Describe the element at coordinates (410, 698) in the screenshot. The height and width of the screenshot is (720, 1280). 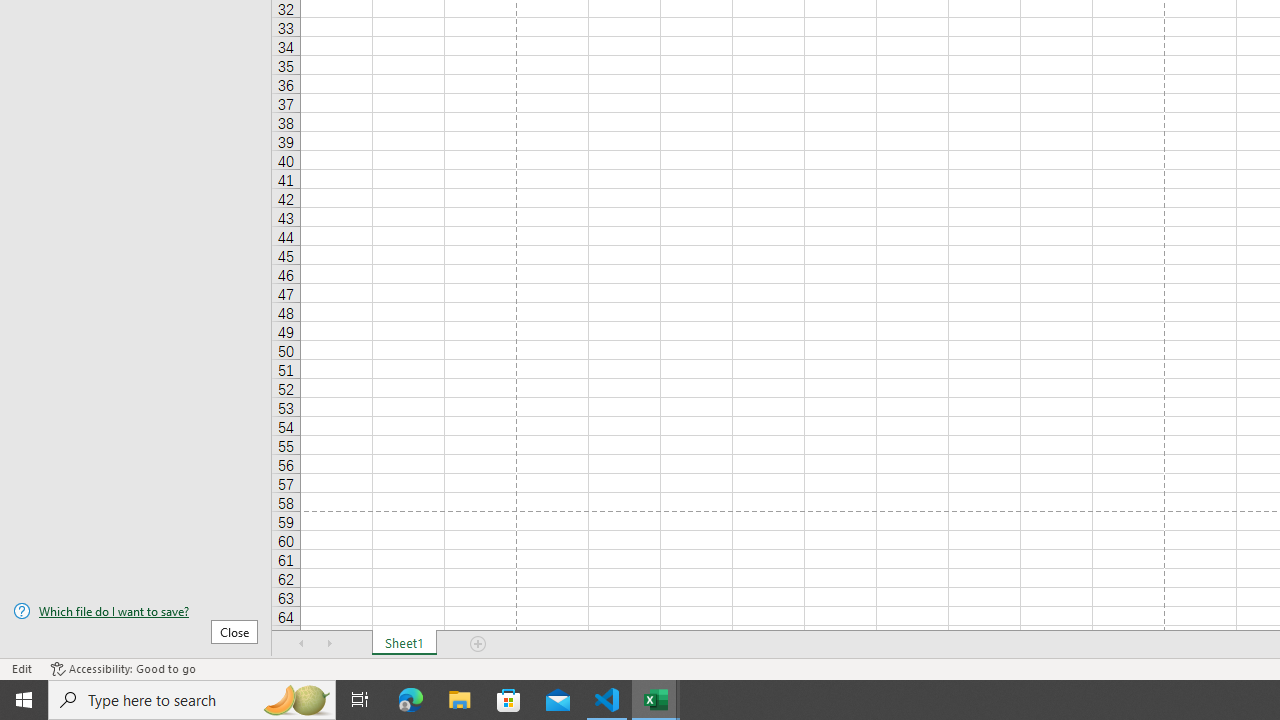
I see `'Microsoft Edge'` at that location.